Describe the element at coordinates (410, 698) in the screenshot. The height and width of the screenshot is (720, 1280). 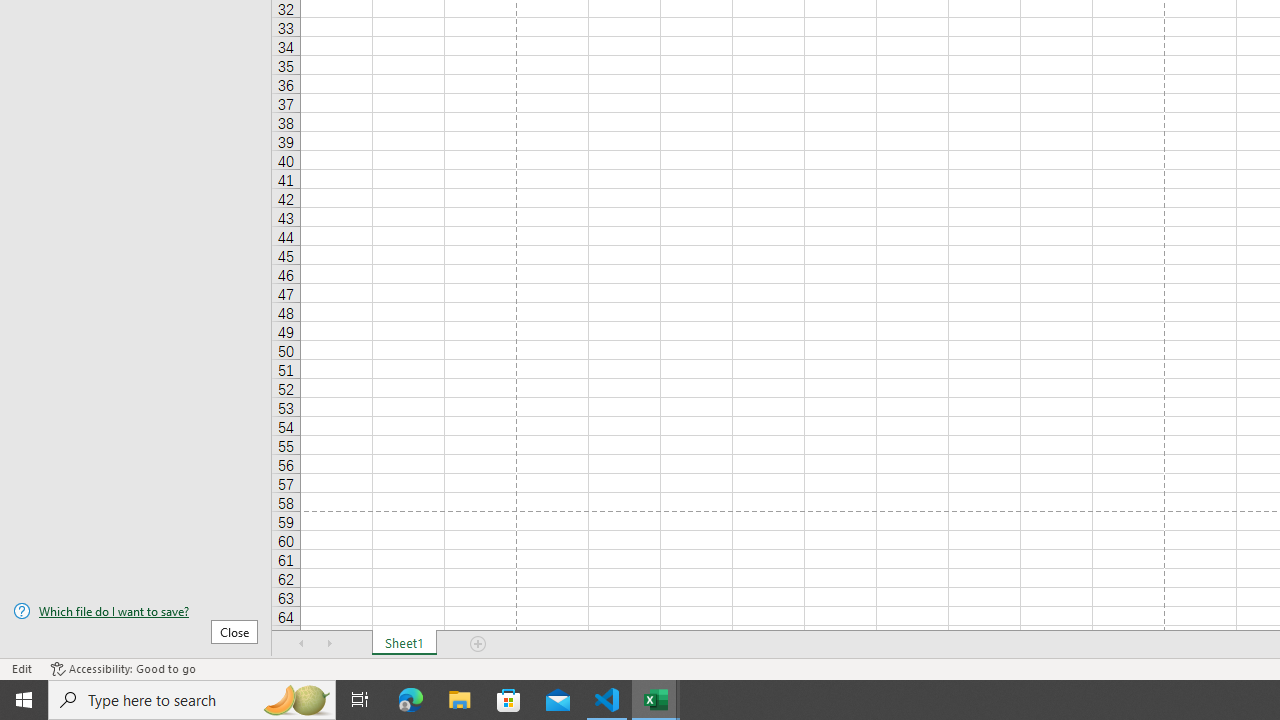
I see `'Microsoft Edge'` at that location.